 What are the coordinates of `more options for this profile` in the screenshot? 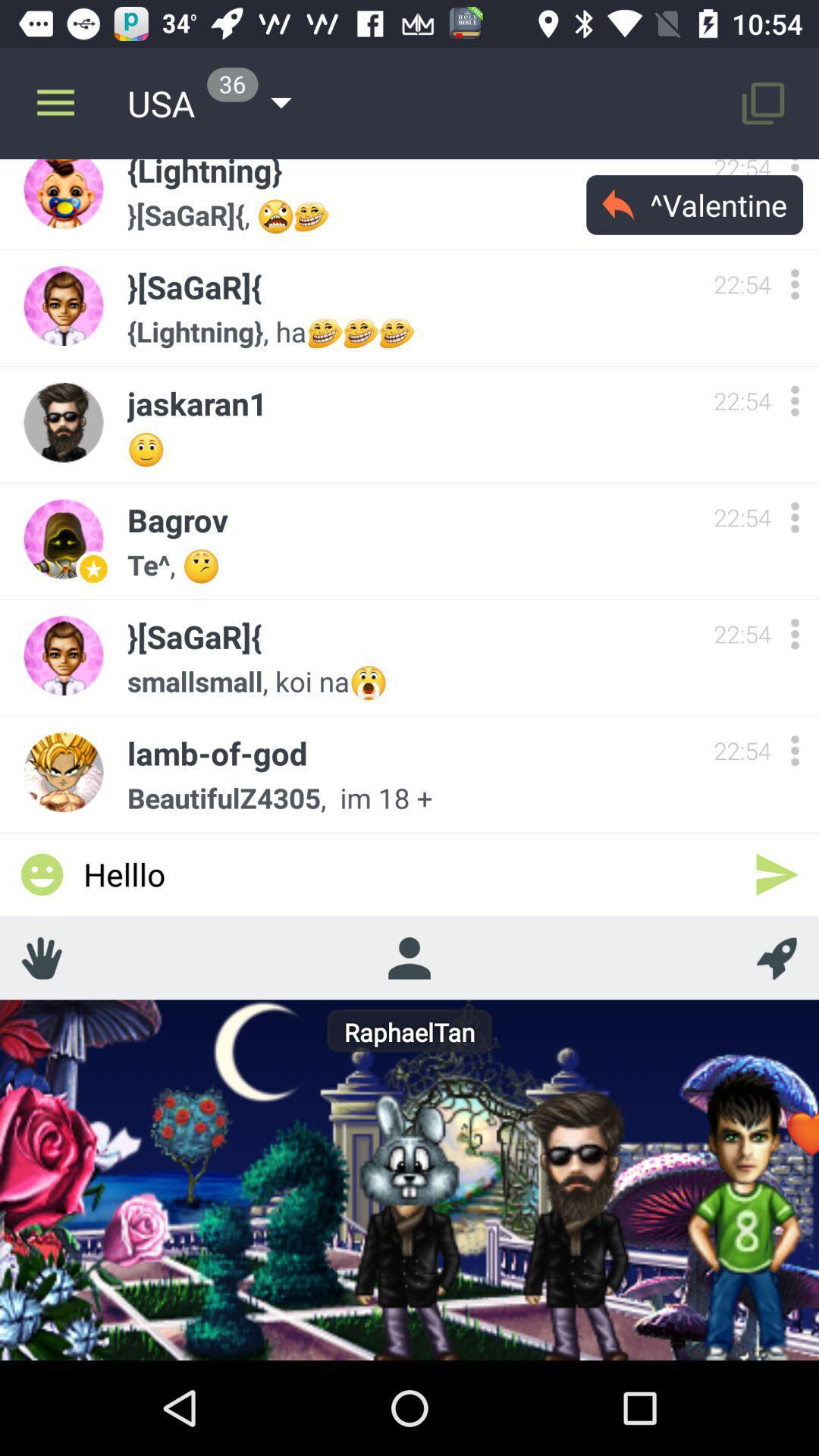 It's located at (794, 750).